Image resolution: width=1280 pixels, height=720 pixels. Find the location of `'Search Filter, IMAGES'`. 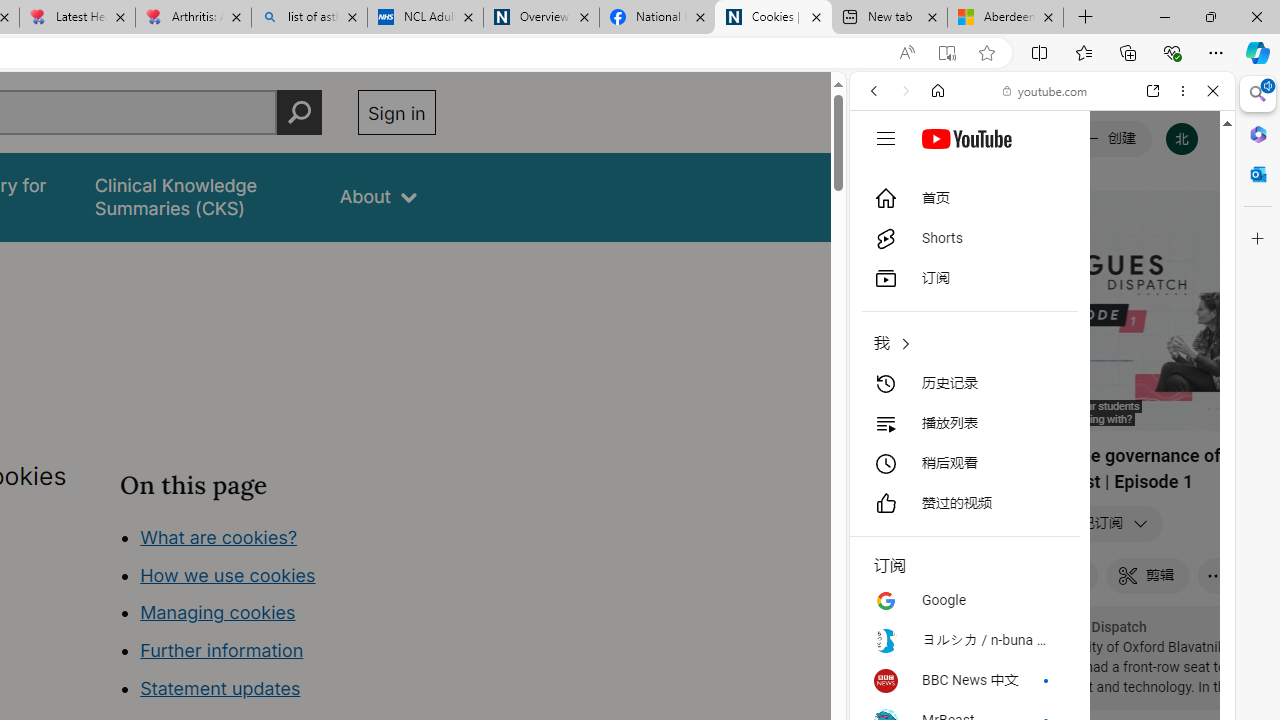

'Search Filter, IMAGES' is located at coordinates (939, 227).